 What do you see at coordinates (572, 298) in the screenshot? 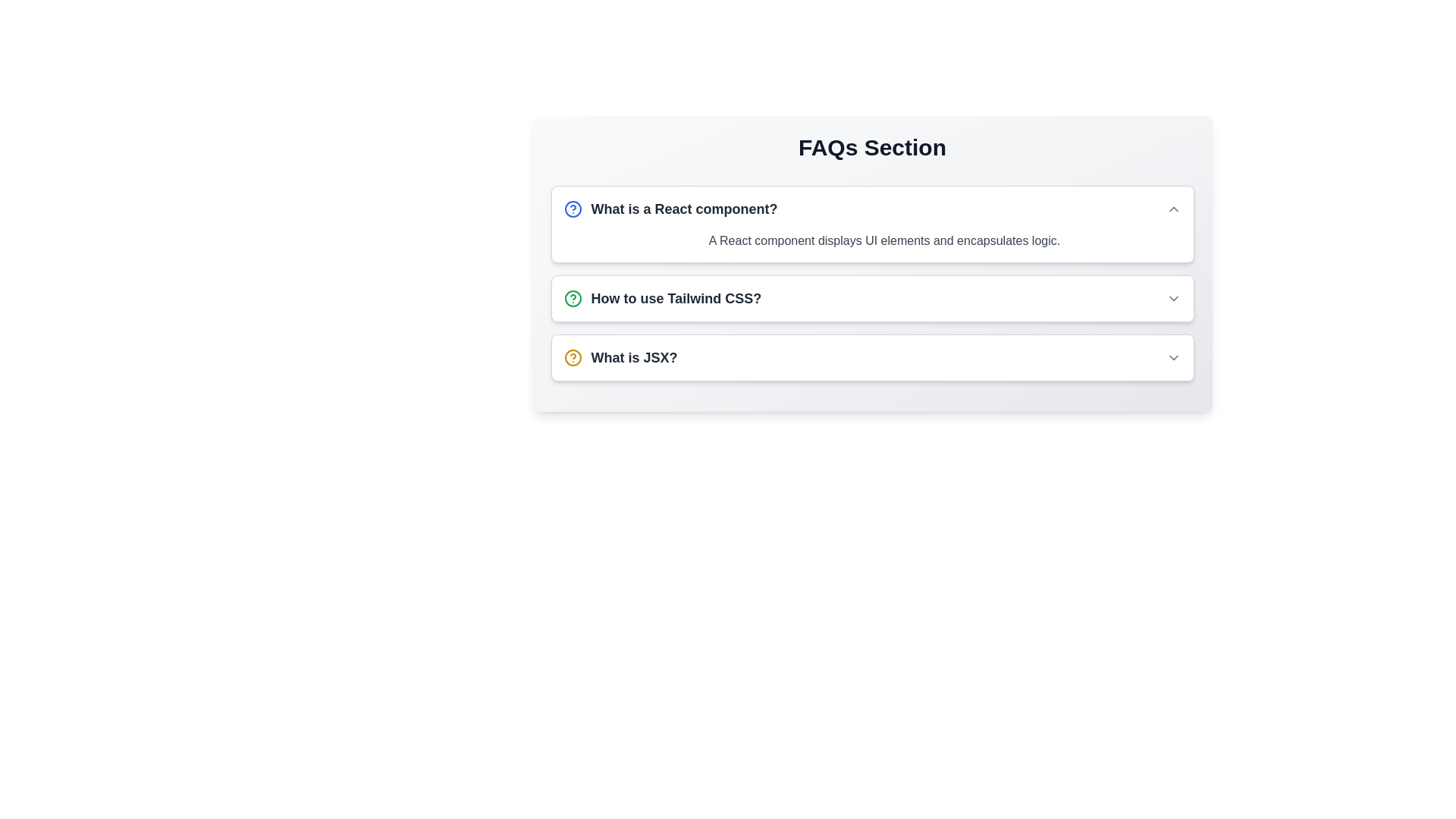
I see `the decorative circle SVG element that represents the FAQ item 'What is a React component?' in the collapsible FAQ section` at bounding box center [572, 298].